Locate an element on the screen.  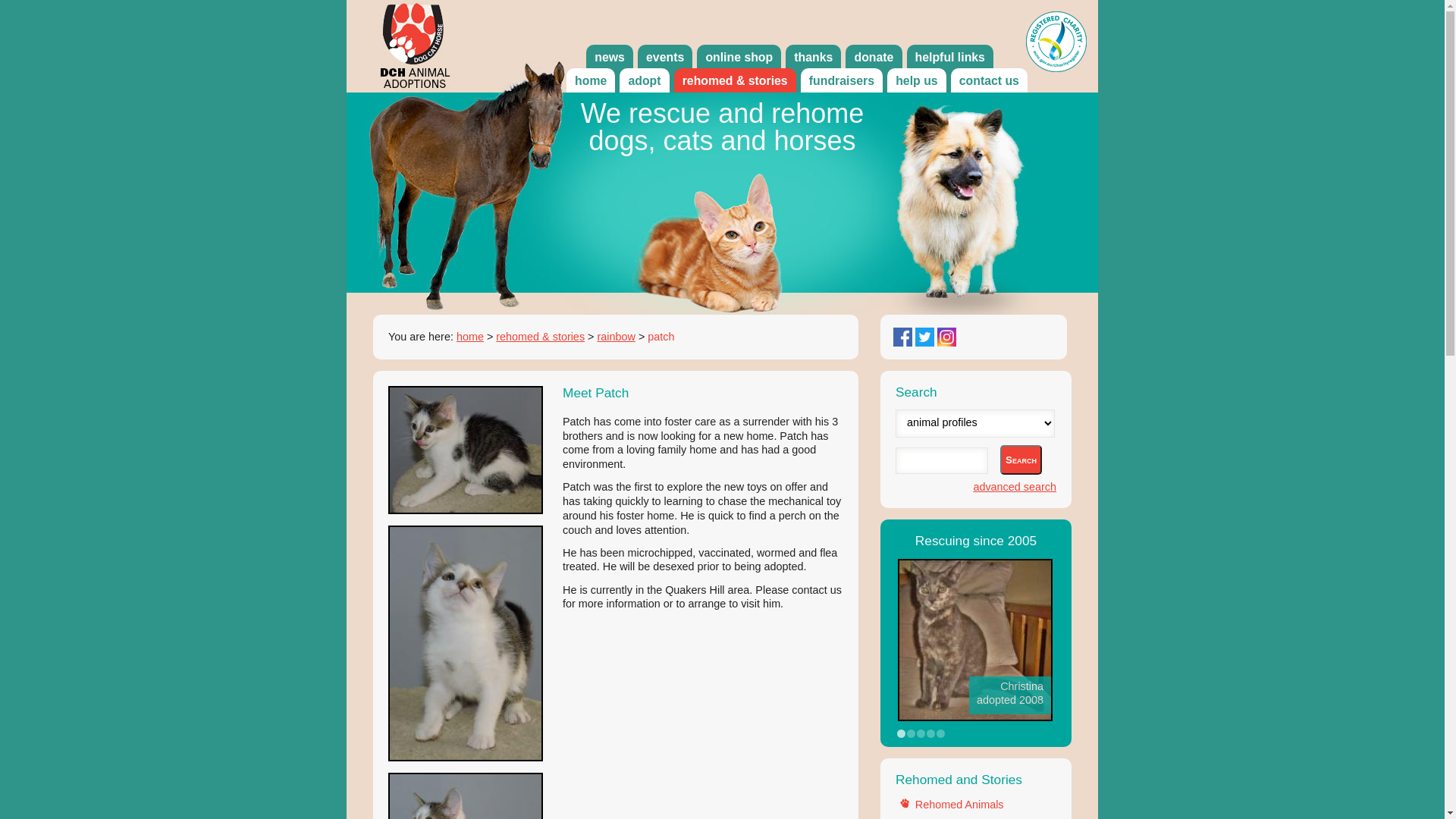
'Share your success story' is located at coordinates (975, 696).